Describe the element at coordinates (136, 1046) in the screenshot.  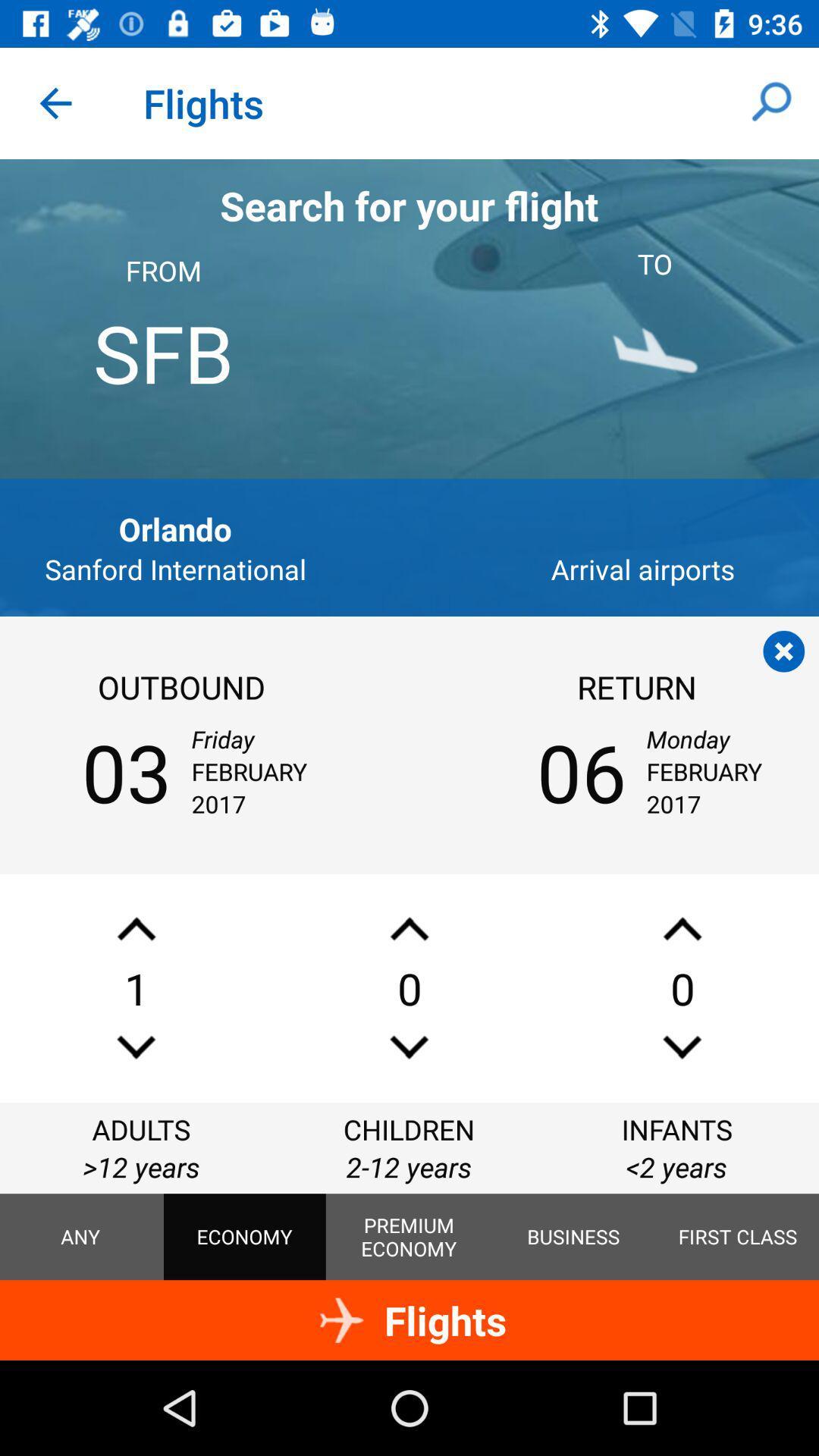
I see `decrease value` at that location.